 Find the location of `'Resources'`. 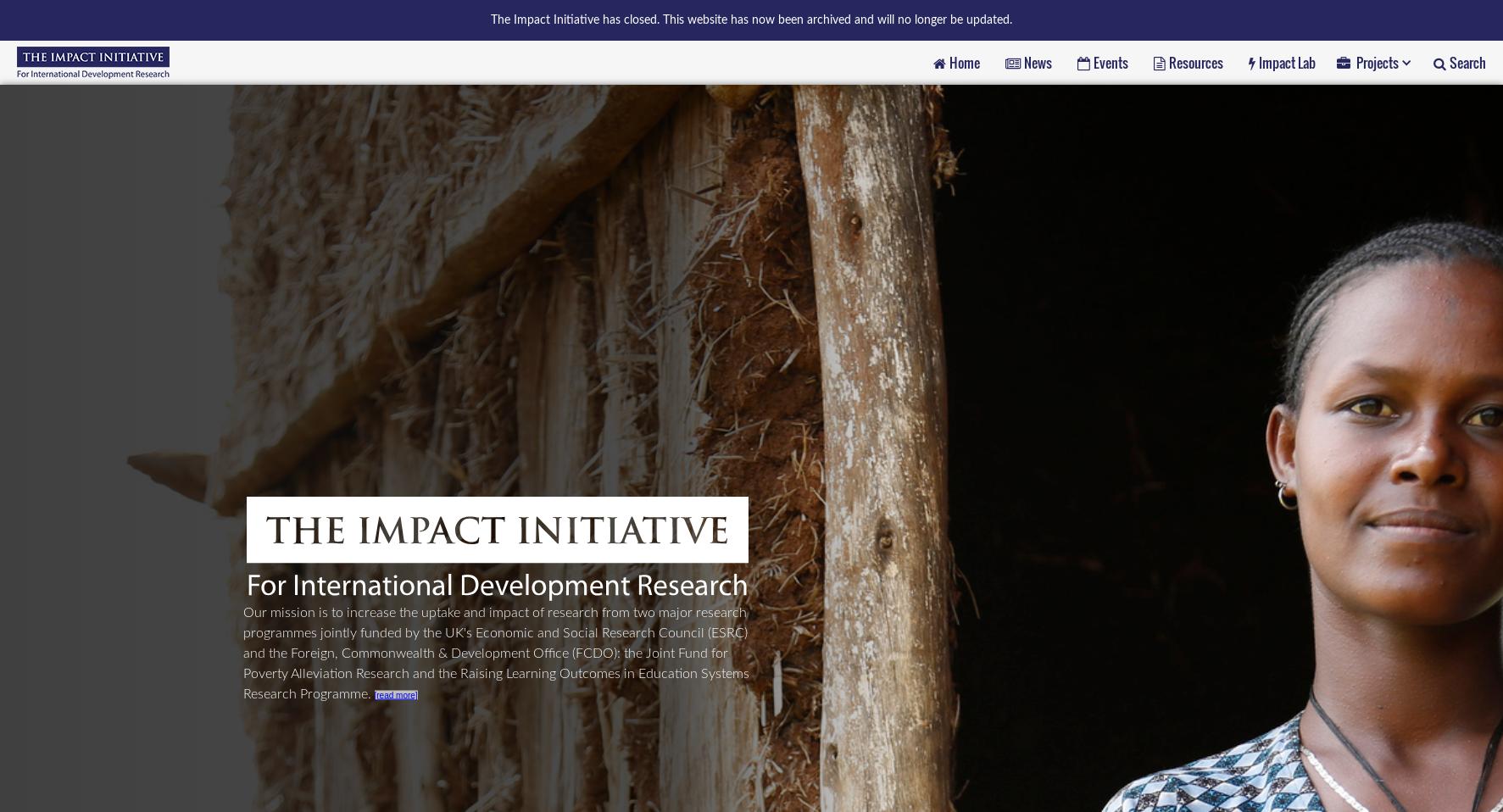

'Resources' is located at coordinates (1194, 60).